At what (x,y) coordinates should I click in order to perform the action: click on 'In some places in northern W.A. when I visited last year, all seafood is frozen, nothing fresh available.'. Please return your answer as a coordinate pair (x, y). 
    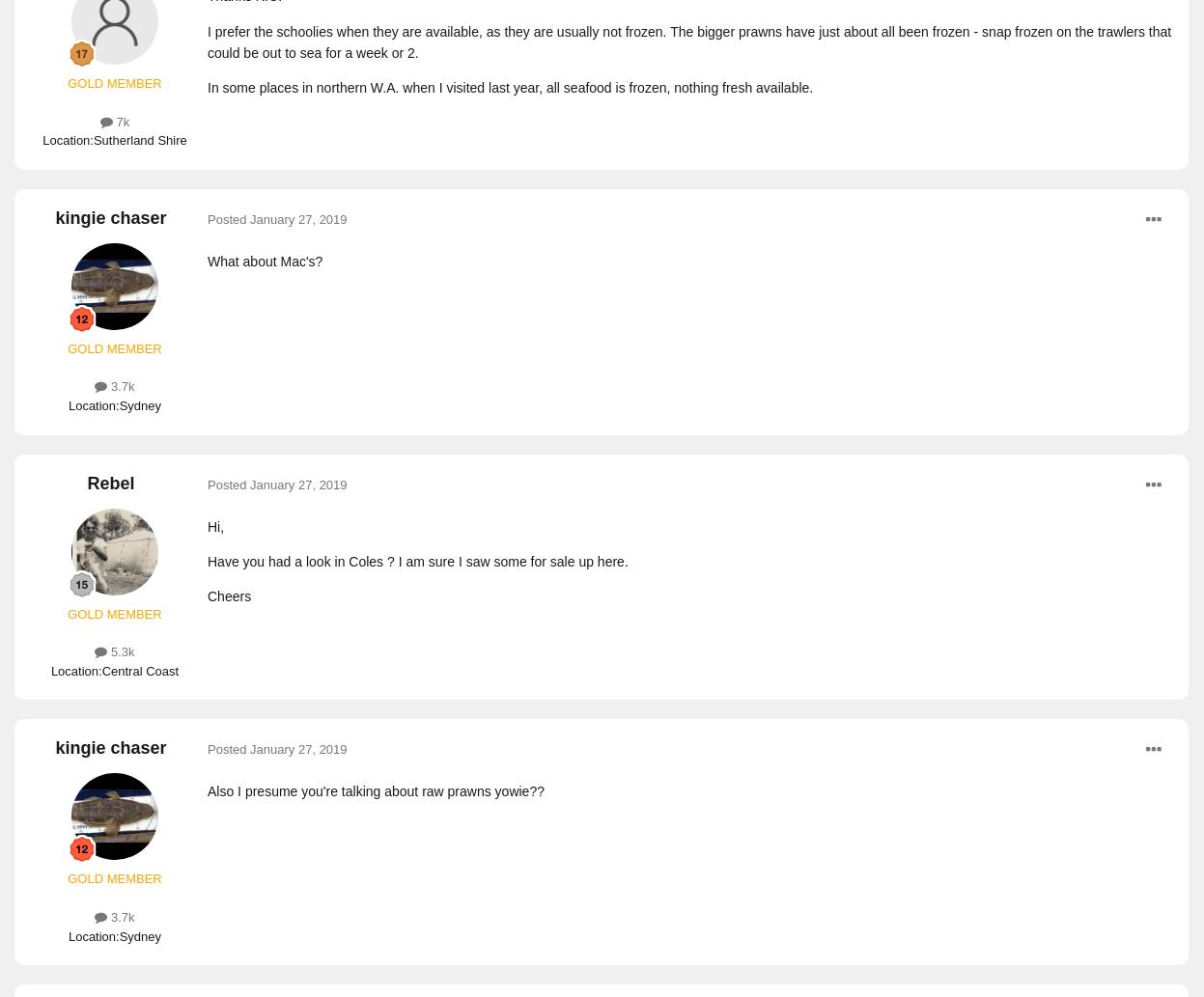
    Looking at the image, I should click on (510, 88).